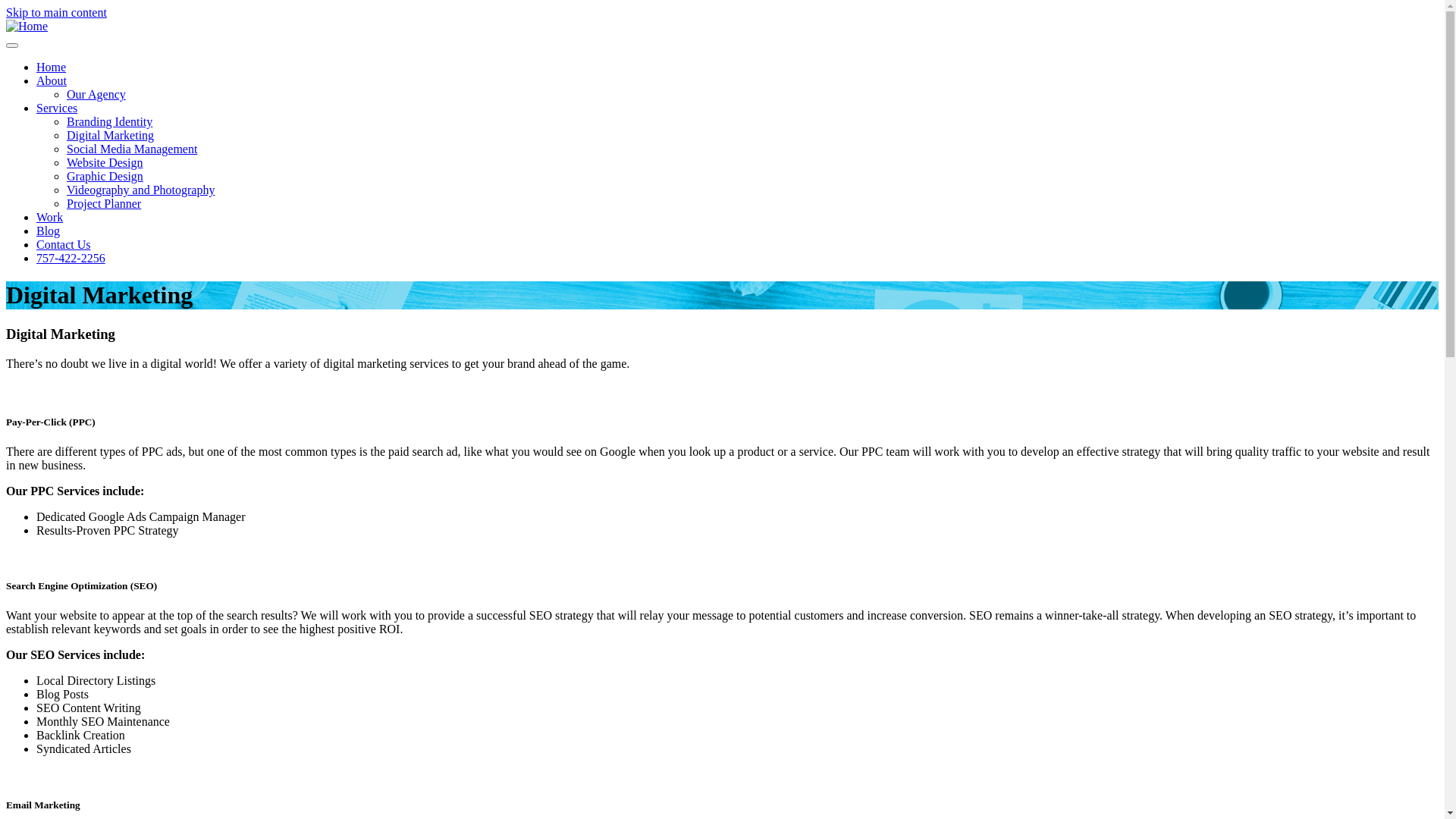  I want to click on 'About', so click(51, 80).